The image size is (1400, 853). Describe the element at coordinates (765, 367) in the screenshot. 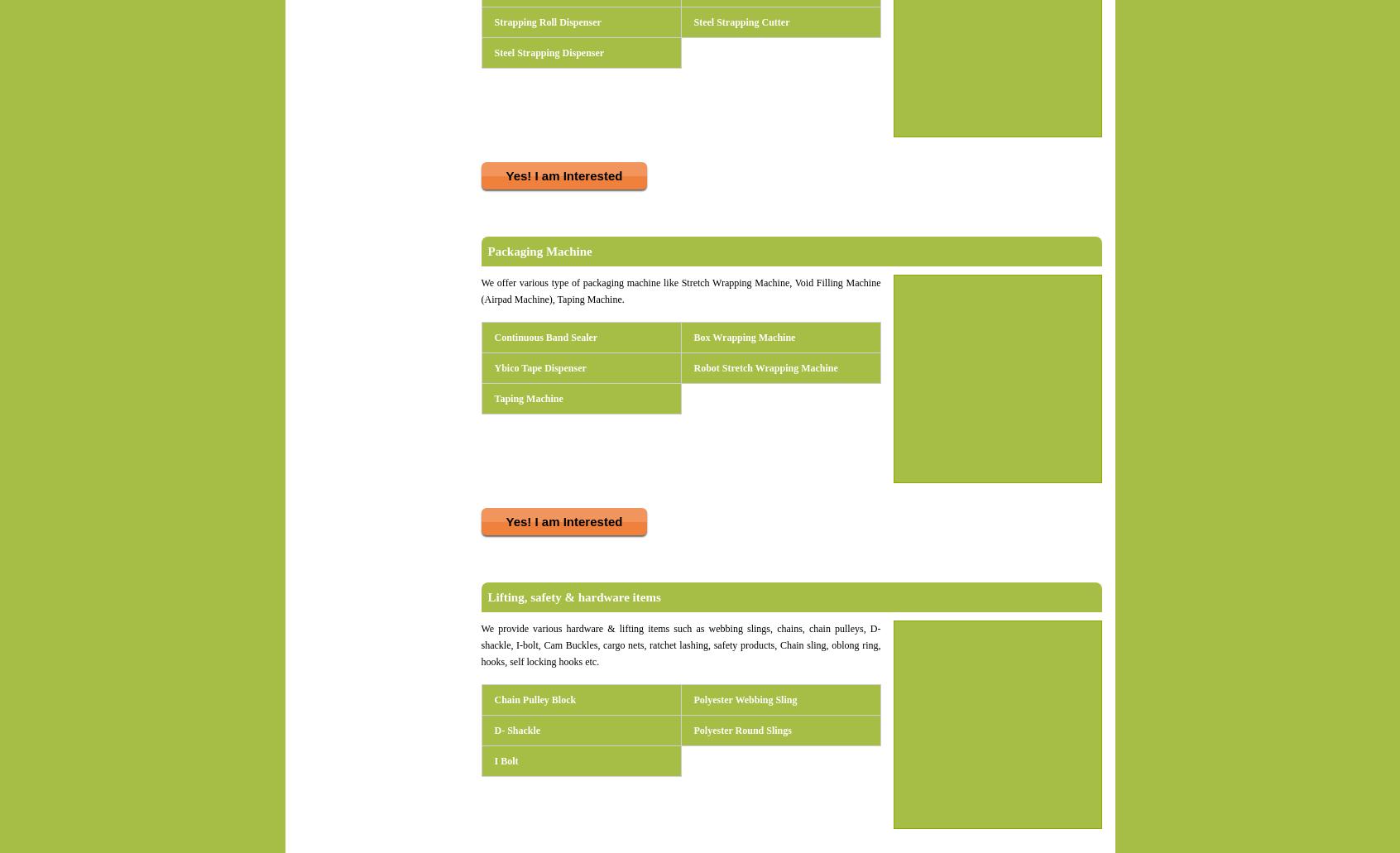

I see `'Robot Stretch Wrapping Machine'` at that location.